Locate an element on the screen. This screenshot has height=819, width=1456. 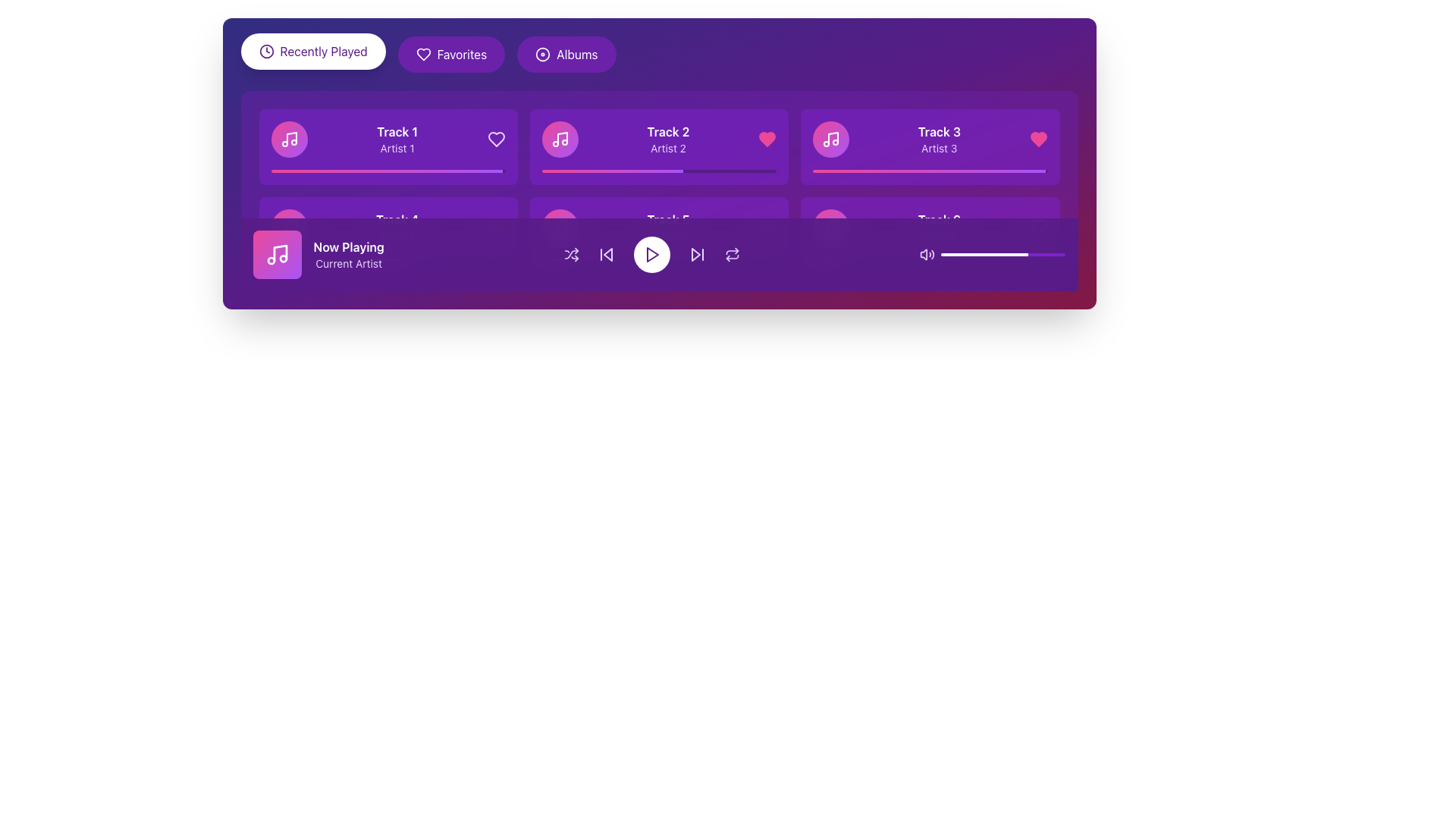
the white musical note icon located in the top-left corner of the card labeled 'Track 3', which is positioned in the second column of the top row within the grid of cards, surrounded by a circular gradient background is located at coordinates (830, 140).